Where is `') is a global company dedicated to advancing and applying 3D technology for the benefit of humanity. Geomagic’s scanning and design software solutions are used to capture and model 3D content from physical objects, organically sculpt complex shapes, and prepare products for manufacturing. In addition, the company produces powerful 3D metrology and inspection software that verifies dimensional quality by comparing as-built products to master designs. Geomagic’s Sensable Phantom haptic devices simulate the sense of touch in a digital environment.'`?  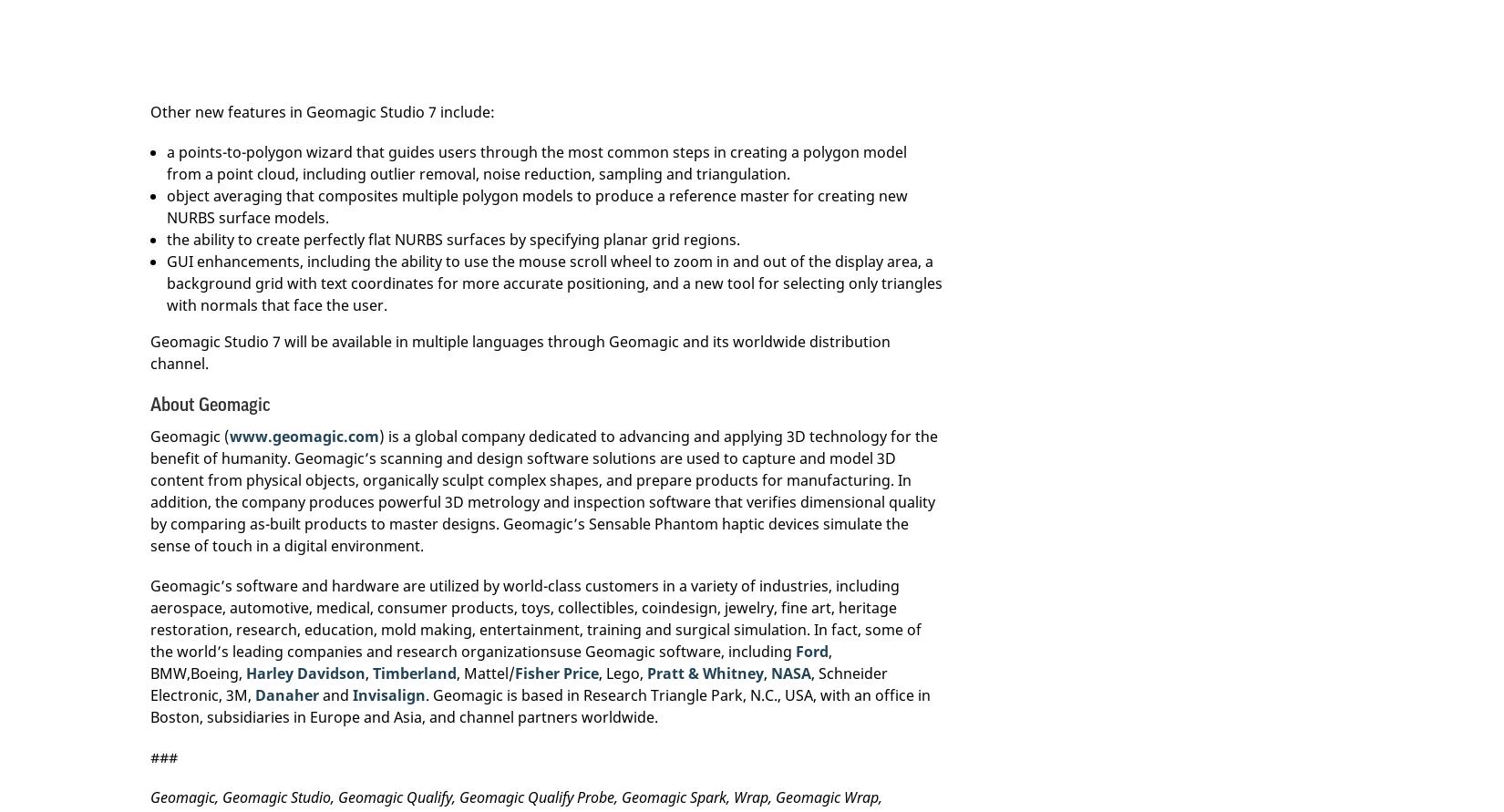
') is a global company dedicated to advancing and applying 3D technology for the benefit of humanity. Geomagic’s scanning and design software solutions are used to capture and model 3D content from physical objects, organically sculpt complex shapes, and prepare products for manufacturing. In addition, the company produces powerful 3D metrology and inspection software that verifies dimensional quality by comparing as-built products to master designs. Geomagic’s Sensable Phantom haptic devices simulate the sense of touch in a digital environment.' is located at coordinates (542, 490).